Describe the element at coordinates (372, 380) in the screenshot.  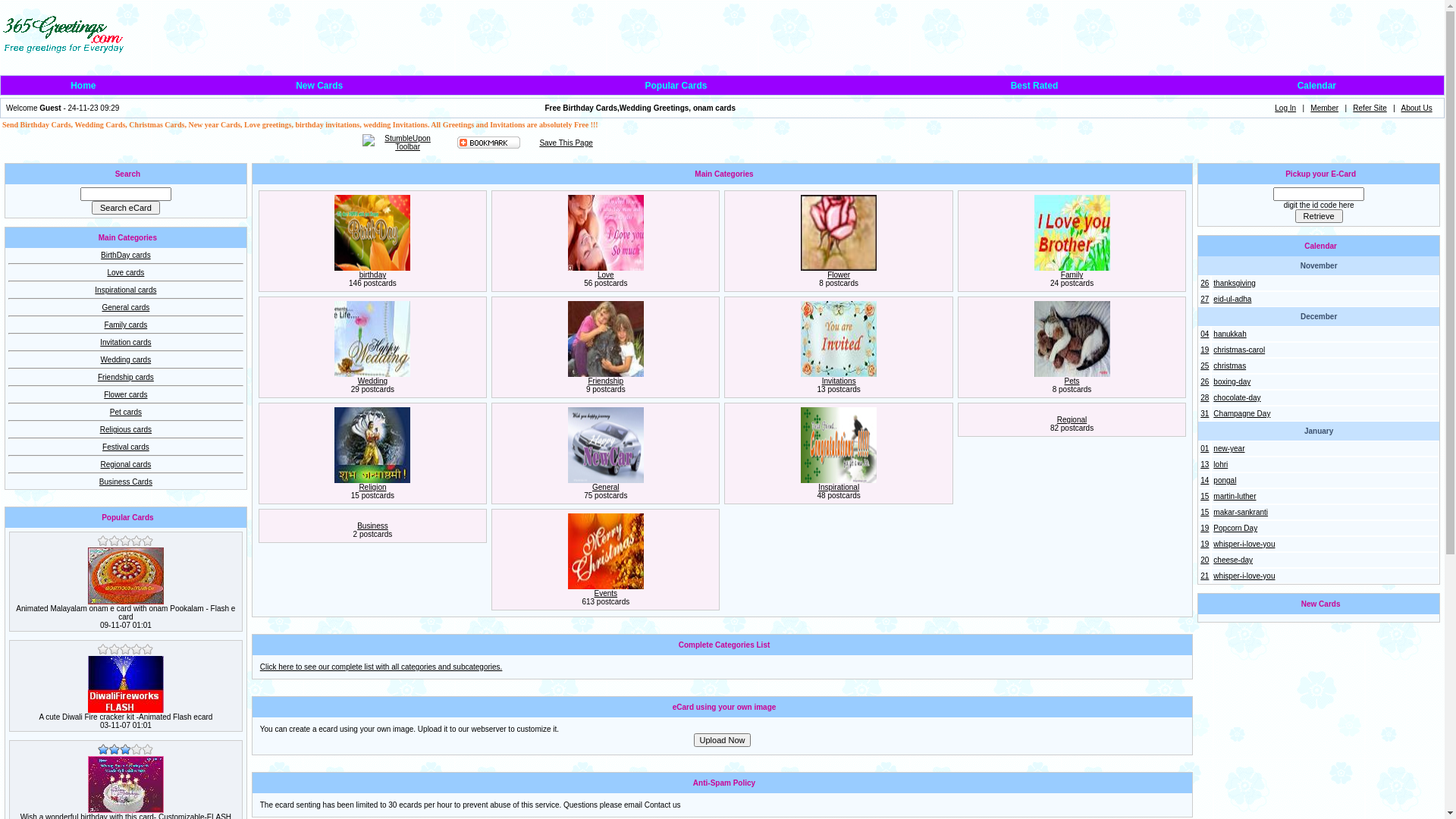
I see `'Wedding'` at that location.